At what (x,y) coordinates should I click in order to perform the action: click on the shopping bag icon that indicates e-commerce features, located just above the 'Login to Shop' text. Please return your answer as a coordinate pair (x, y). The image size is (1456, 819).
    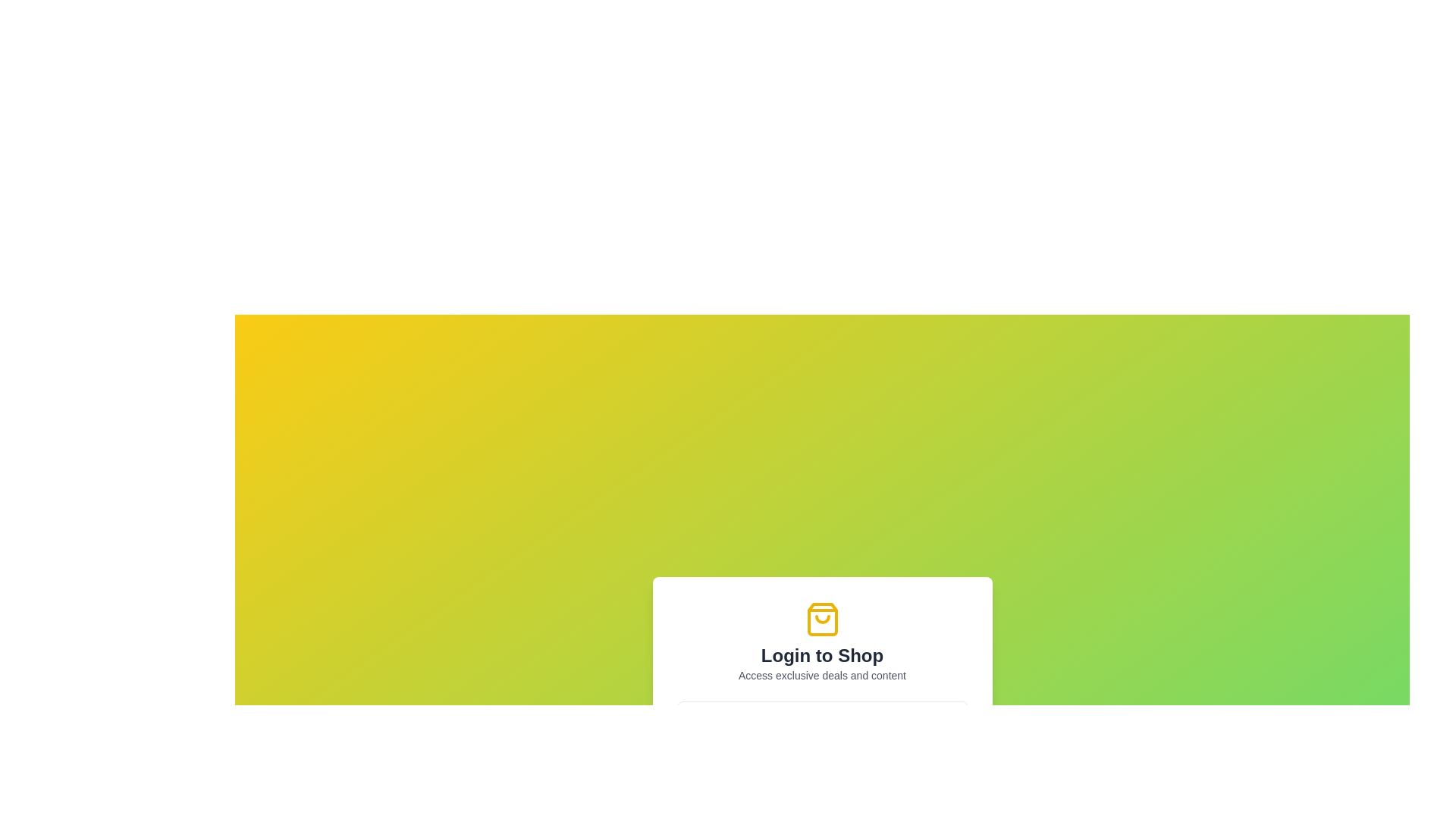
    Looking at the image, I should click on (821, 620).